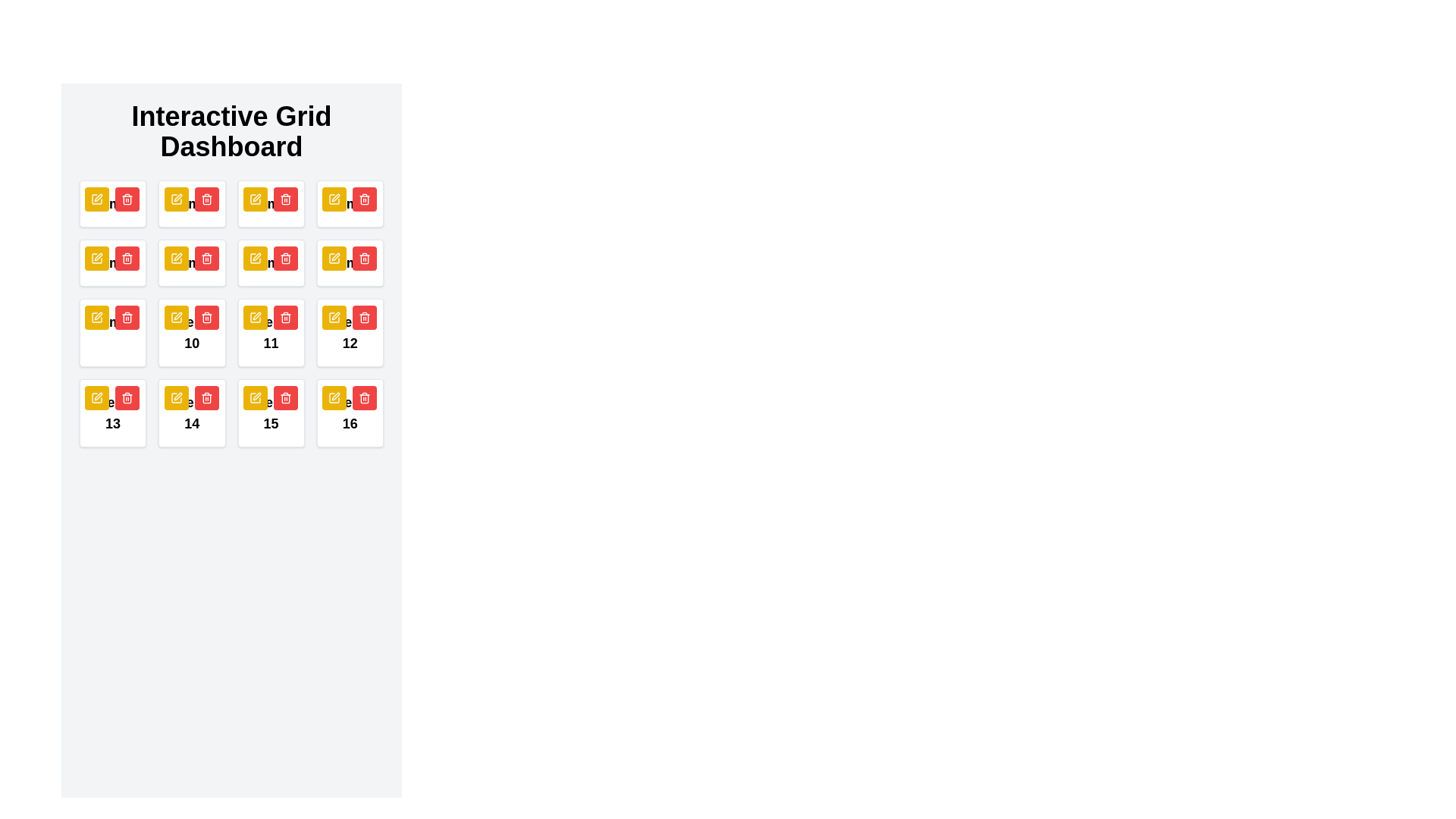 The width and height of the screenshot is (1456, 819). I want to click on the icon-based delete button located in the second card of the grid under 'Interactive Grid Dashboard', so click(285, 198).